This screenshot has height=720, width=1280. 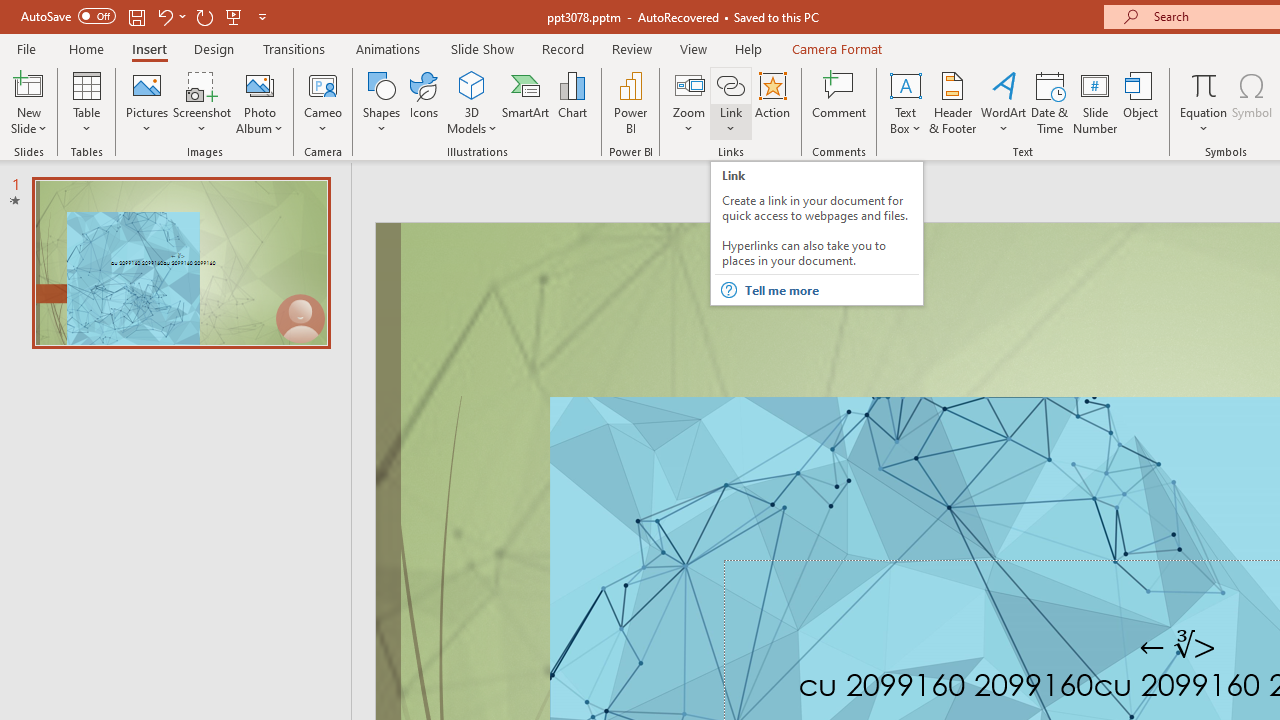 I want to click on 'Review', so click(x=630, y=48).